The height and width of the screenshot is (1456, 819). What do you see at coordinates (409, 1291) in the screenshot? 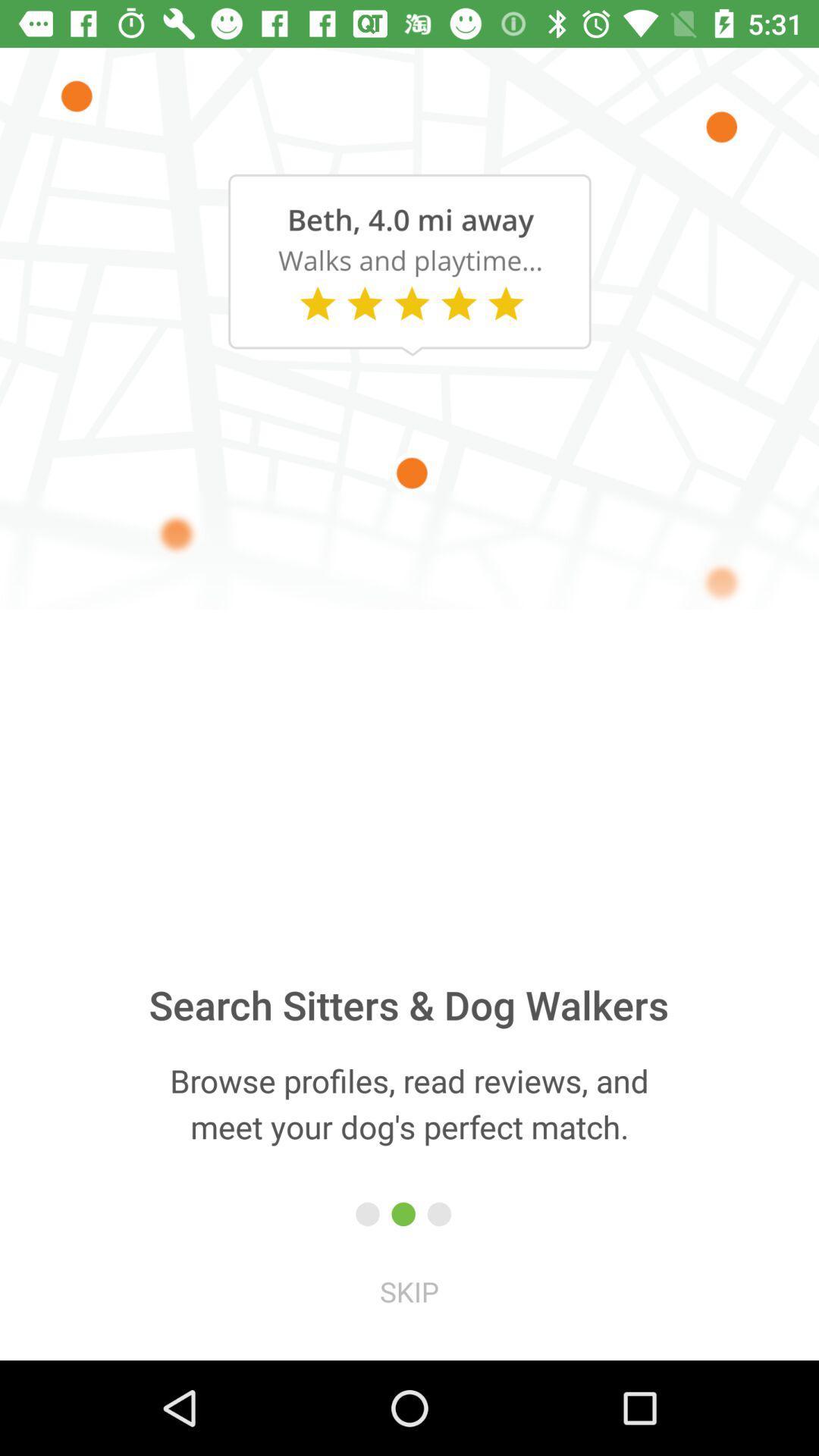
I see `the icon below the browse profiles read icon` at bounding box center [409, 1291].